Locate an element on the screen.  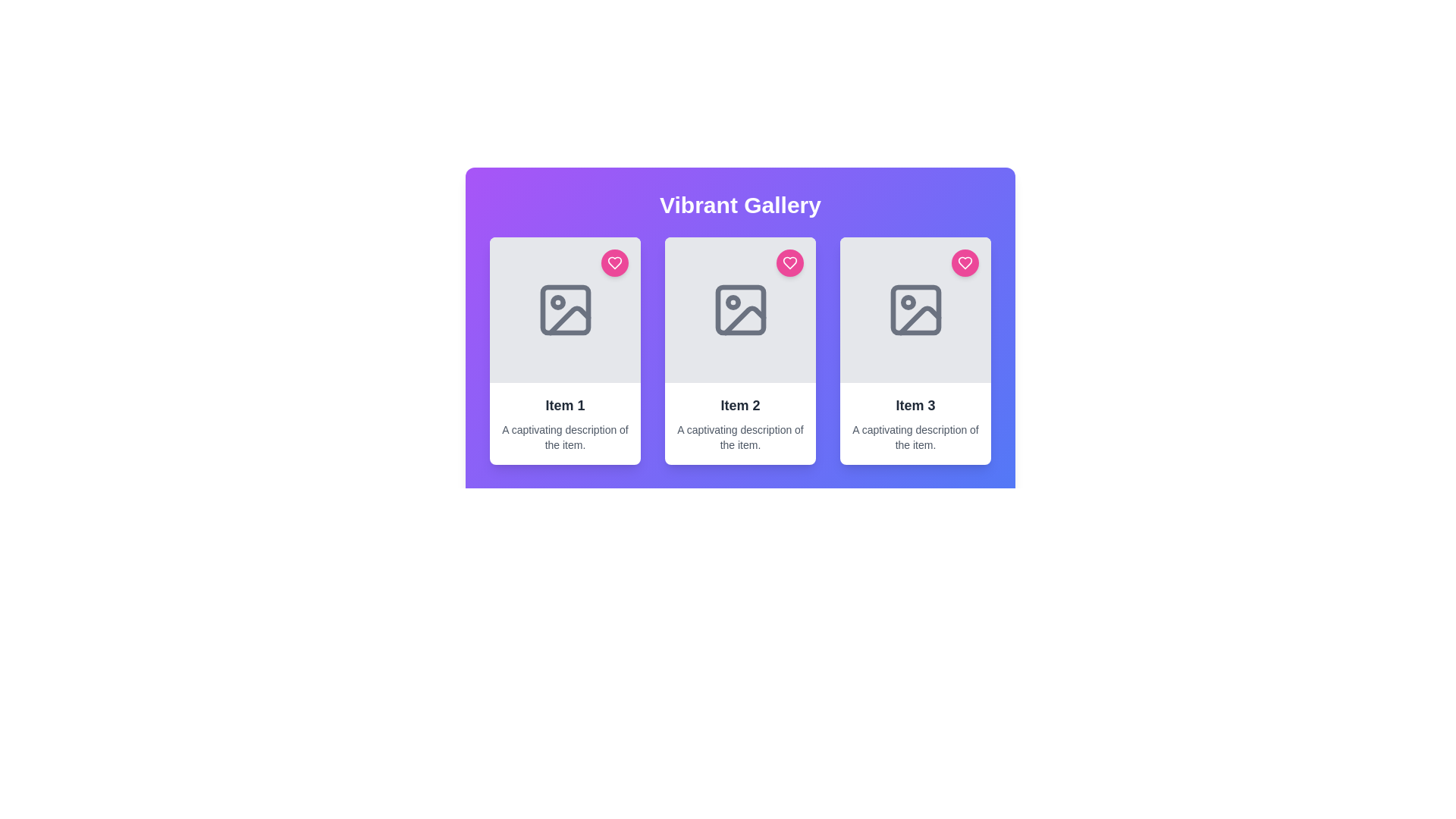
text content of the text label displaying 'A captivating description of the item.' located under the header 'Item 3' in the third card of the horizontally aligned set is located at coordinates (915, 438).